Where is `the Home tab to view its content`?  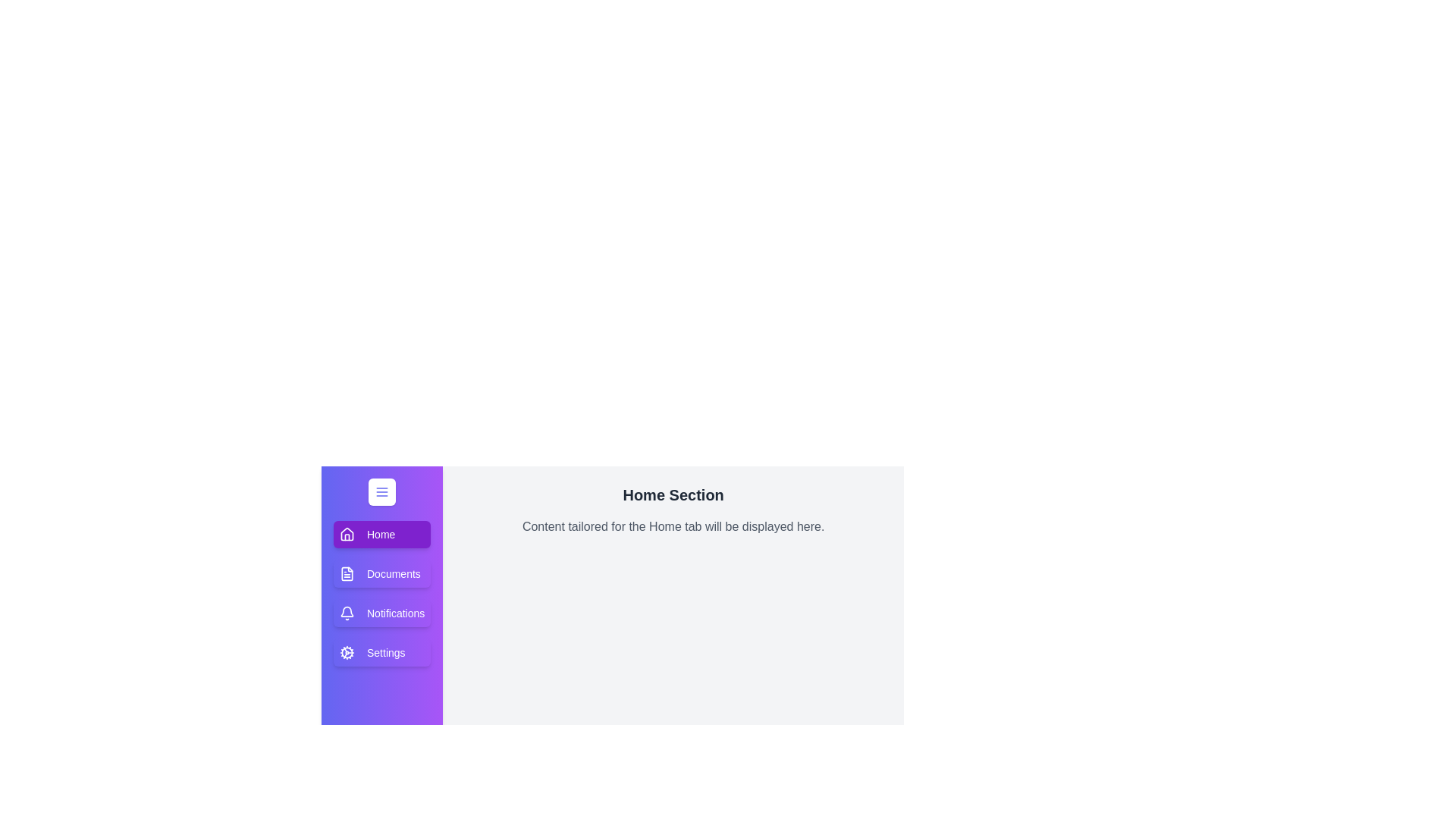 the Home tab to view its content is located at coordinates (382, 534).